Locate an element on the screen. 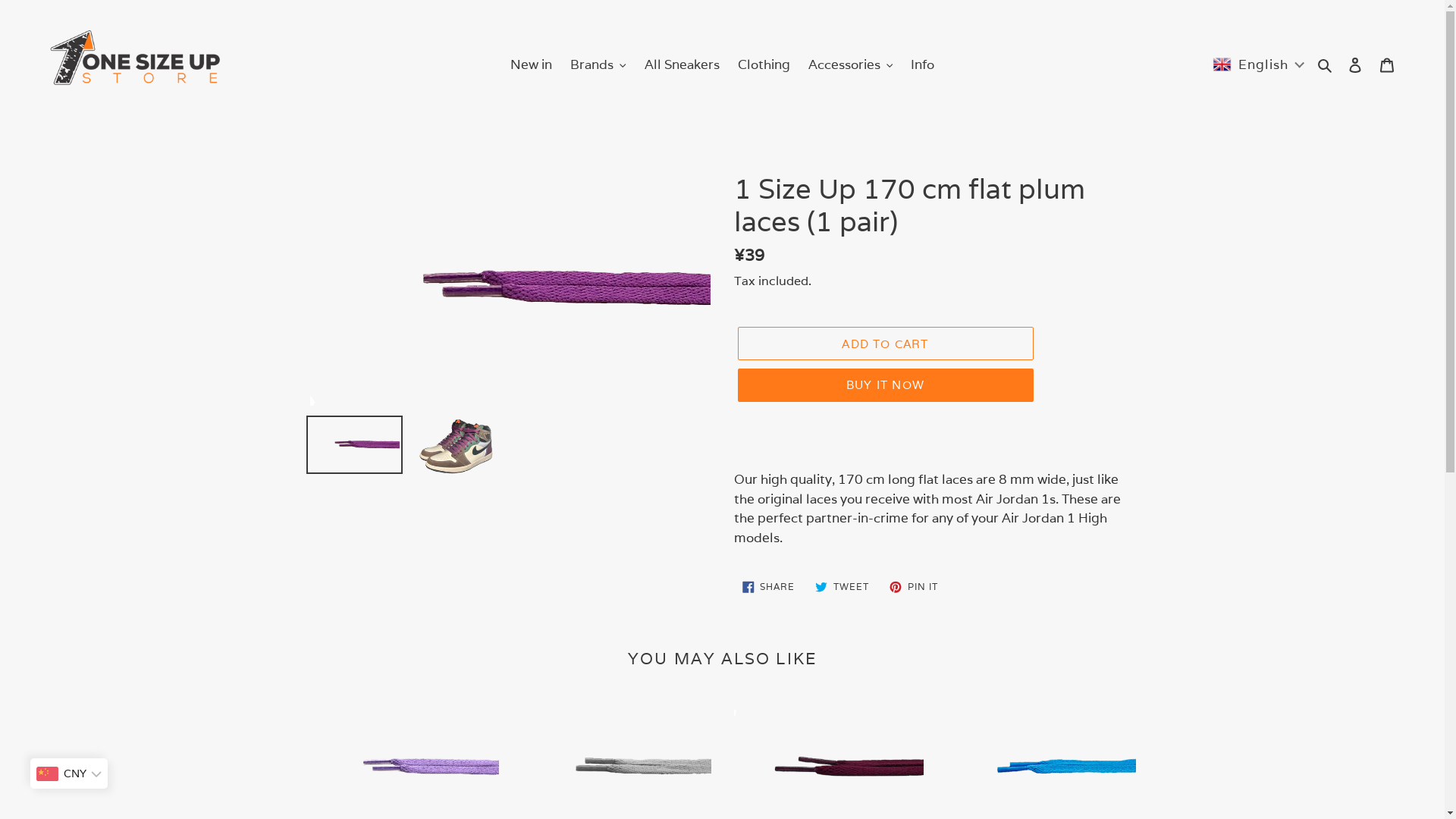 The width and height of the screenshot is (1456, 819). 'PIN IT is located at coordinates (912, 586).